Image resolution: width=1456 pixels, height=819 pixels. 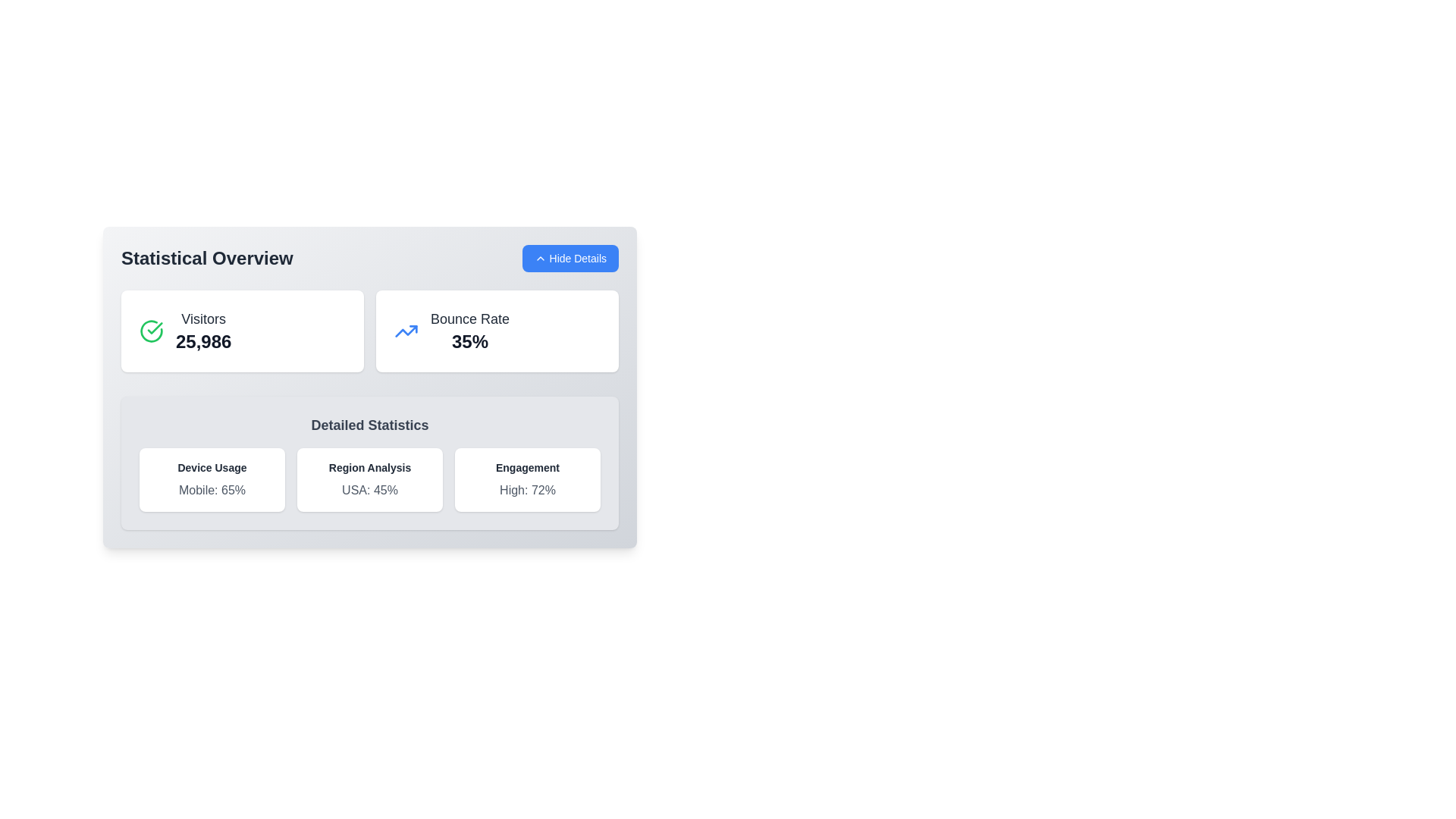 I want to click on the blue line graph icon trending upwards located to the left of the 'Bounce Rate' text within the card labeled 'Bounce Rate 35%', so click(x=406, y=330).